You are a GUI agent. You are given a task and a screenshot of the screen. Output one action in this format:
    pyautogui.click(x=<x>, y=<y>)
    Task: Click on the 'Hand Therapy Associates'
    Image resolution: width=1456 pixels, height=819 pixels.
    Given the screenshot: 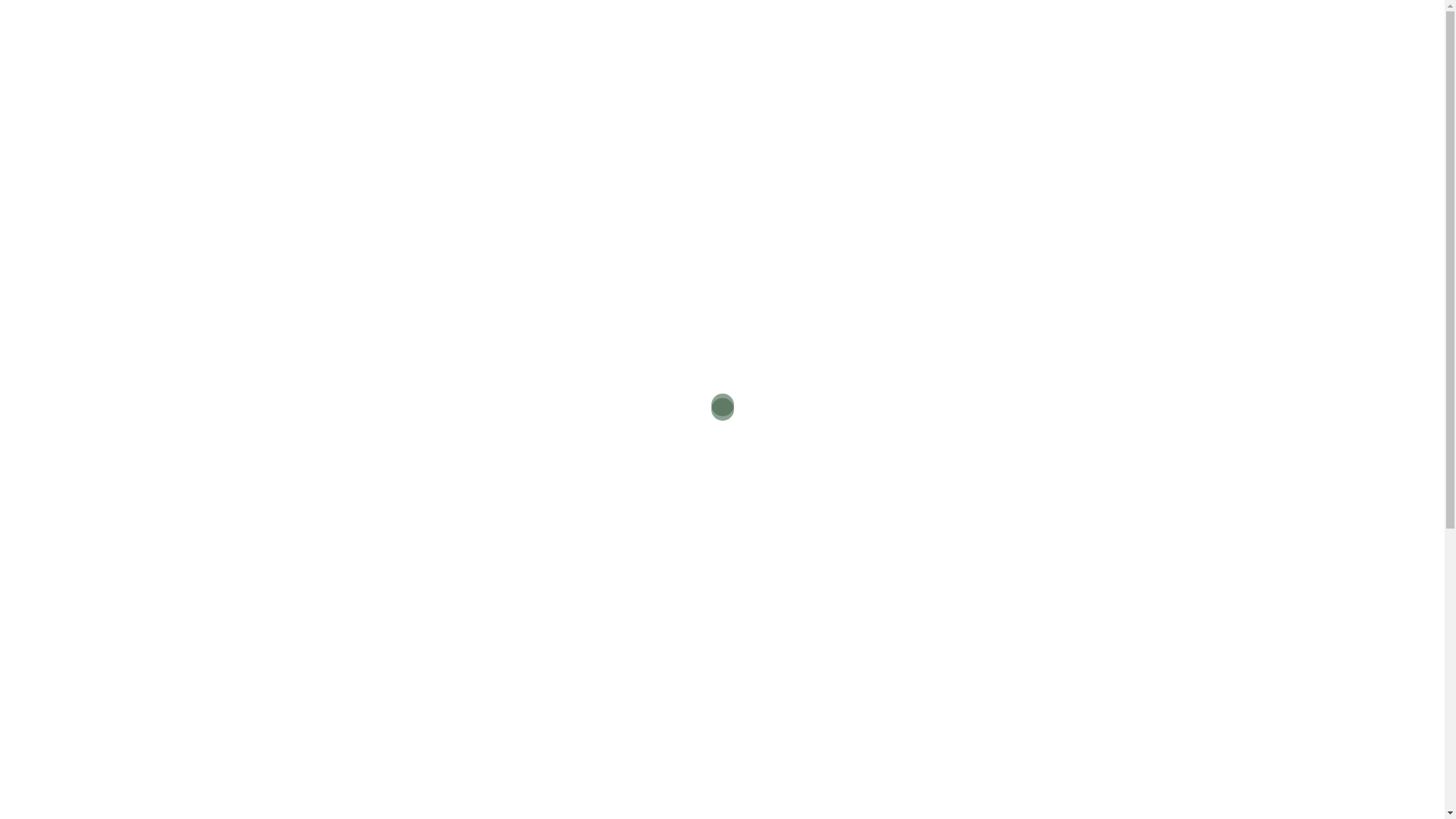 What is the action you would take?
    pyautogui.click(x=359, y=21)
    